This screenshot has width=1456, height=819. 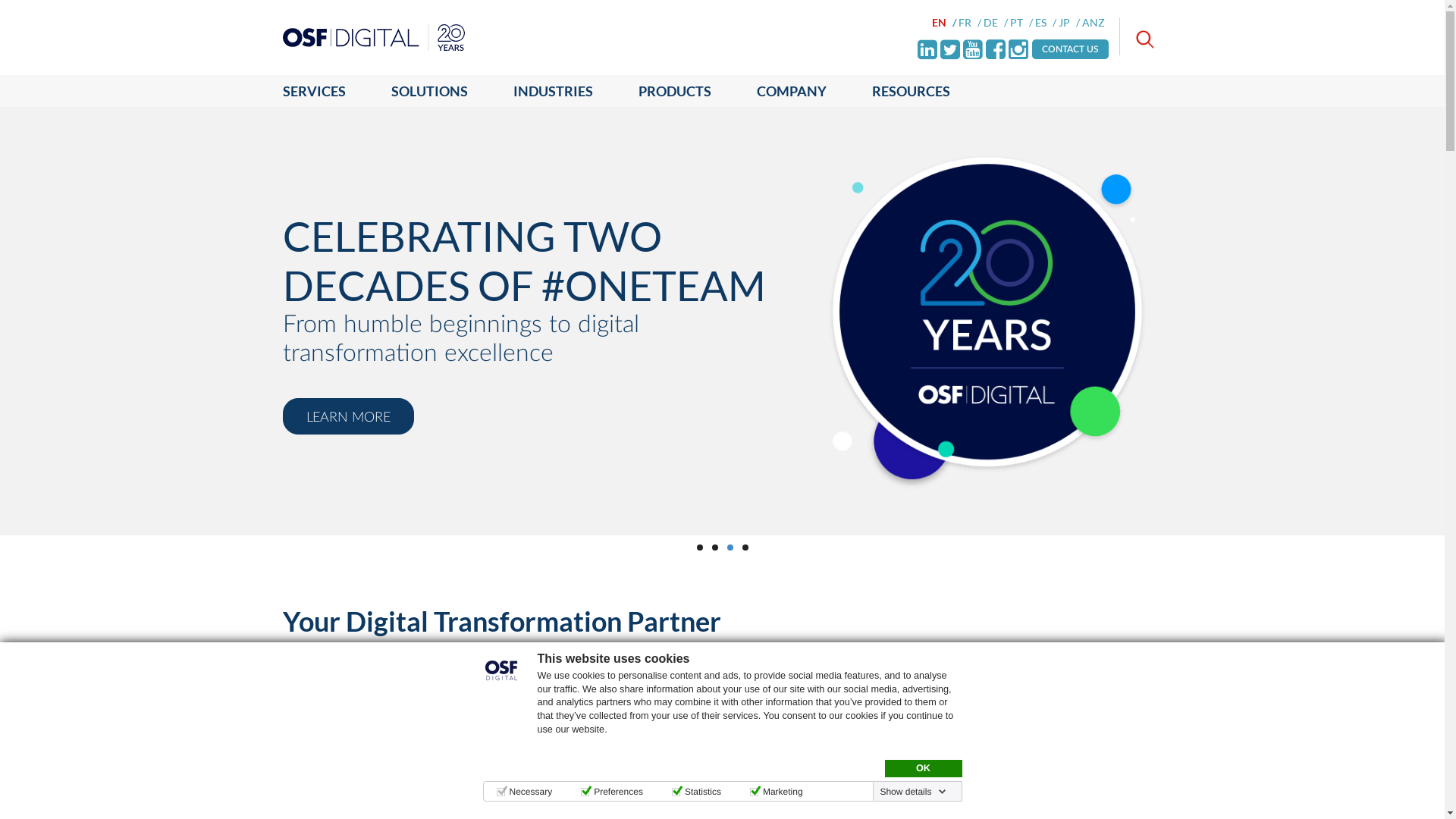 I want to click on 'ES', so click(x=1044, y=22).